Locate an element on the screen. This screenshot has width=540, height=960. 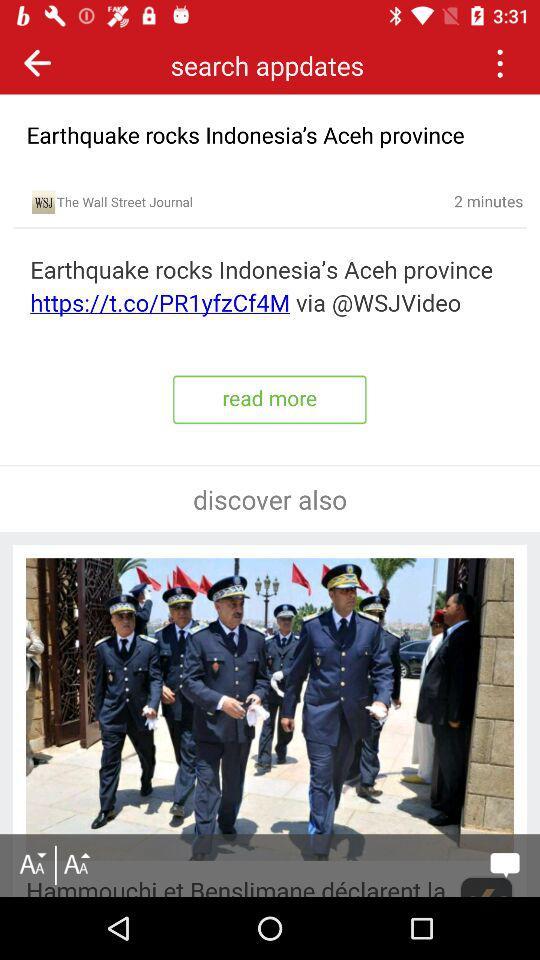
go back is located at coordinates (37, 62).